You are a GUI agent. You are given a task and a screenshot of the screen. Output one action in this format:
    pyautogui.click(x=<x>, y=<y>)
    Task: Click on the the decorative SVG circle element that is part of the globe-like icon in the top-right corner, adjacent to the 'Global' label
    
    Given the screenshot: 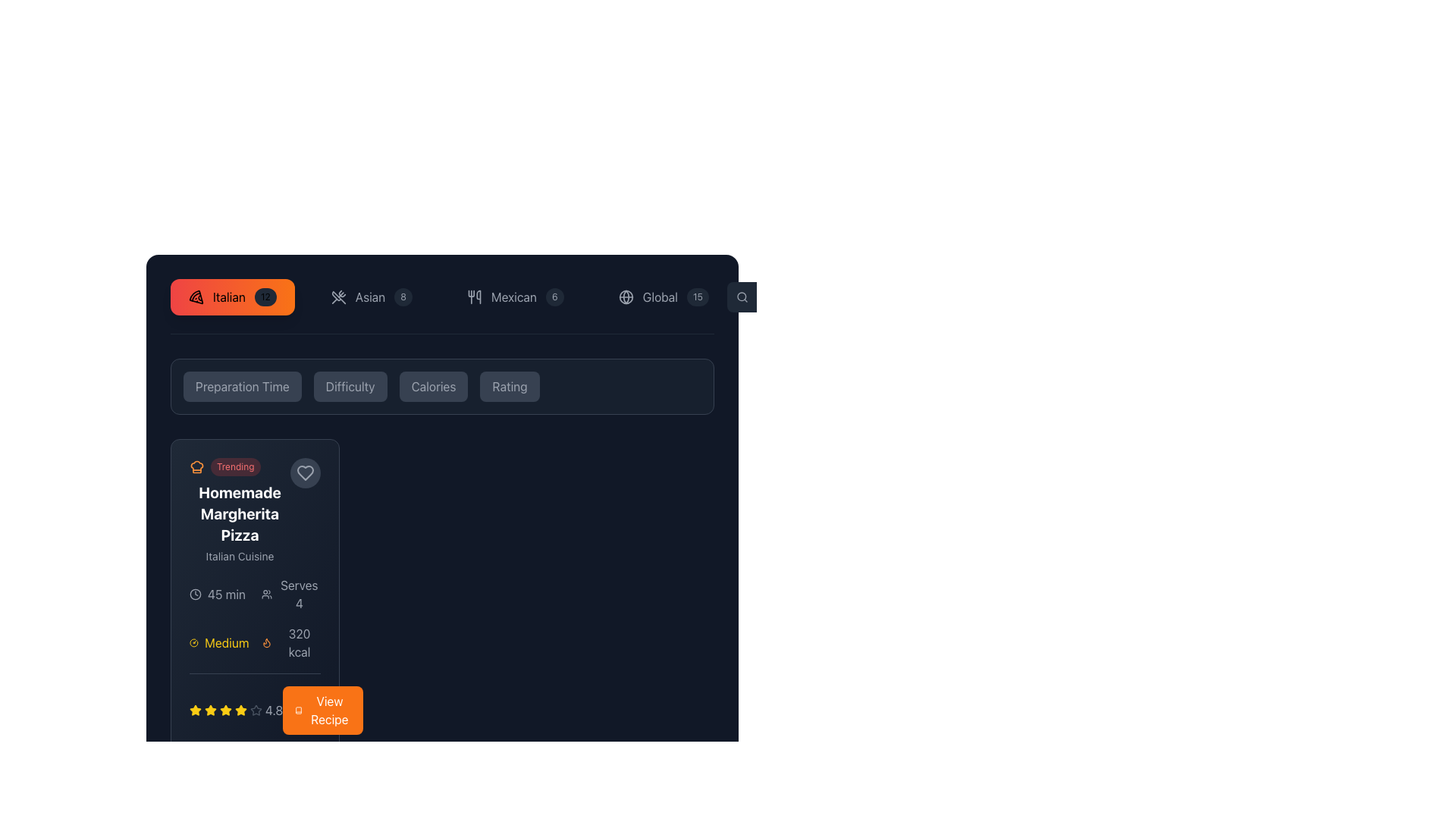 What is the action you would take?
    pyautogui.click(x=626, y=297)
    